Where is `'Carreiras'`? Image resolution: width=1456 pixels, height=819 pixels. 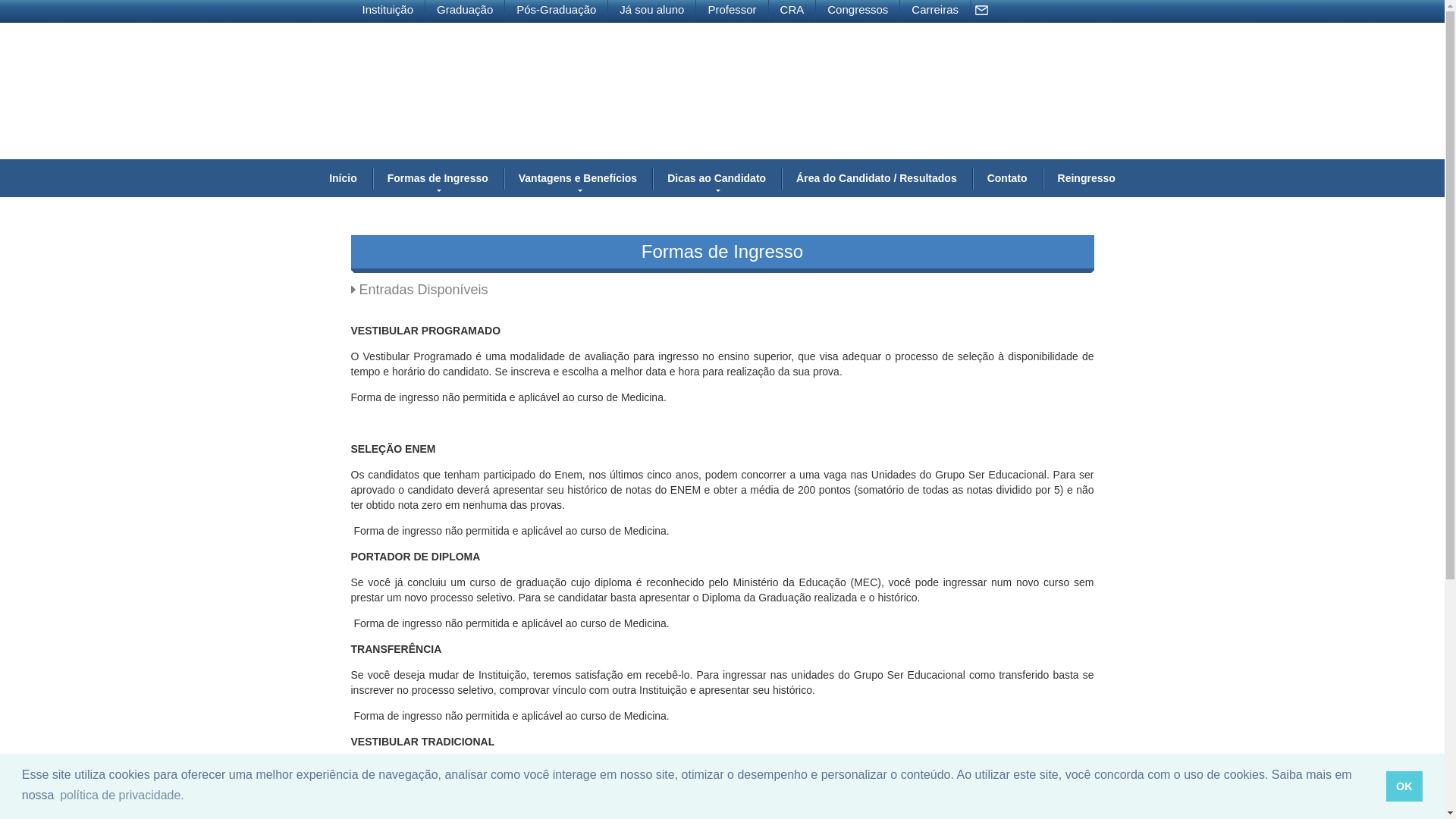
'Carreiras' is located at coordinates (934, 9).